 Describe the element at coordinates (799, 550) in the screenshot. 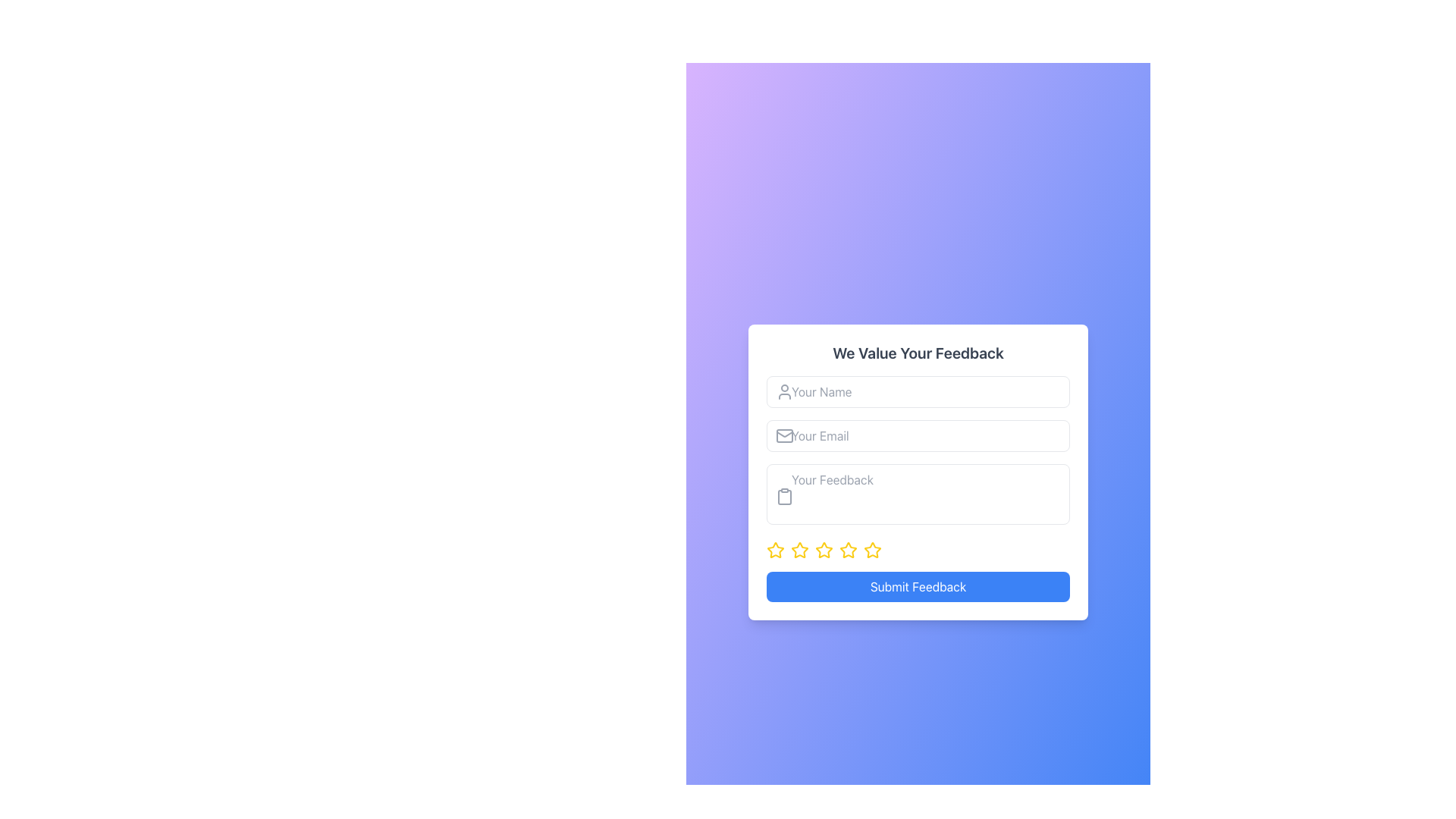

I see `the first outlined star icon with a yellow border and white interior, located beneath the 'Your Feedback' text field and above the 'Submit Feedback' button` at that location.